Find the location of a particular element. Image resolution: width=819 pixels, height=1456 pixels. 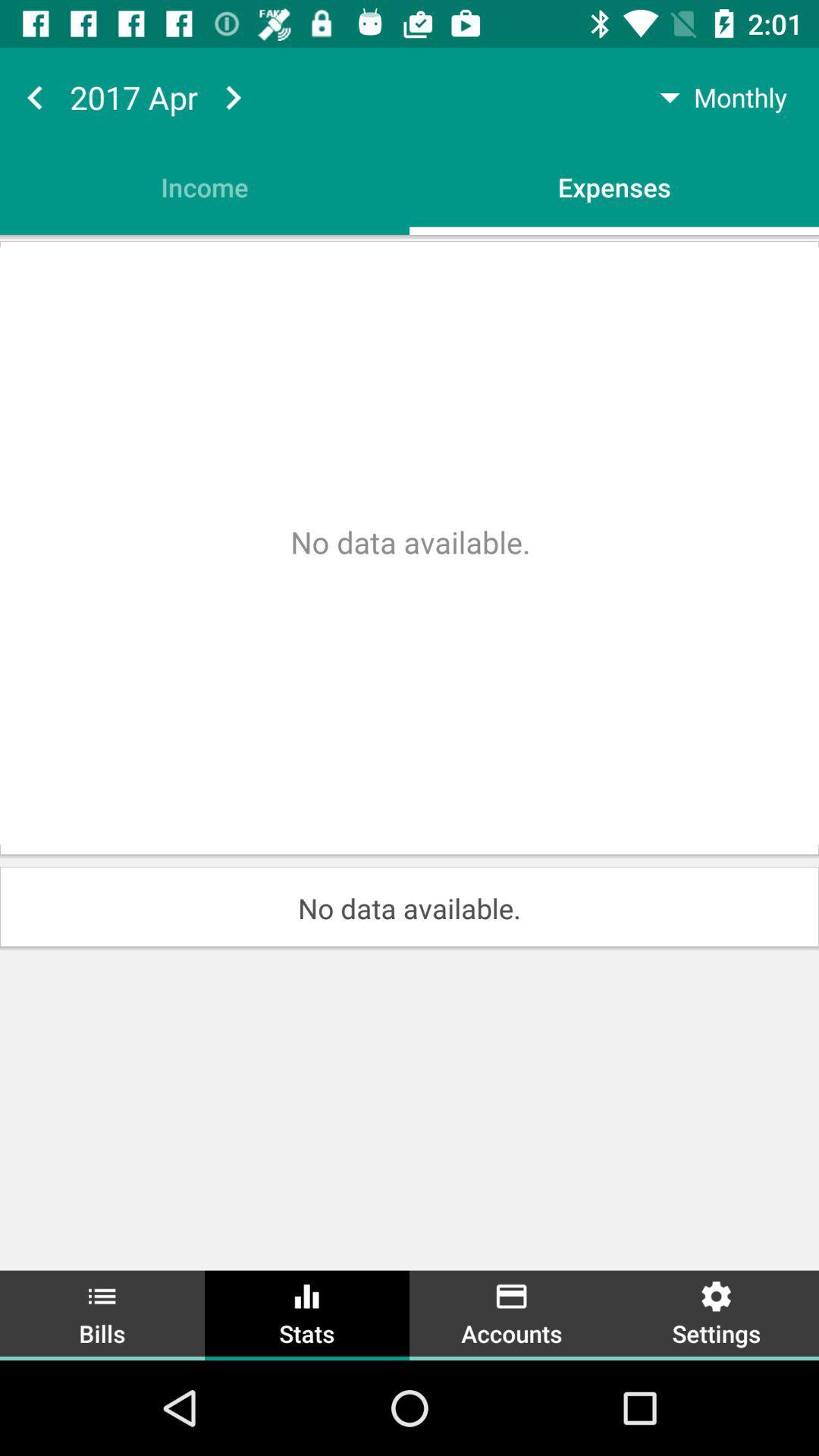

the arrow_forward icon is located at coordinates (233, 96).